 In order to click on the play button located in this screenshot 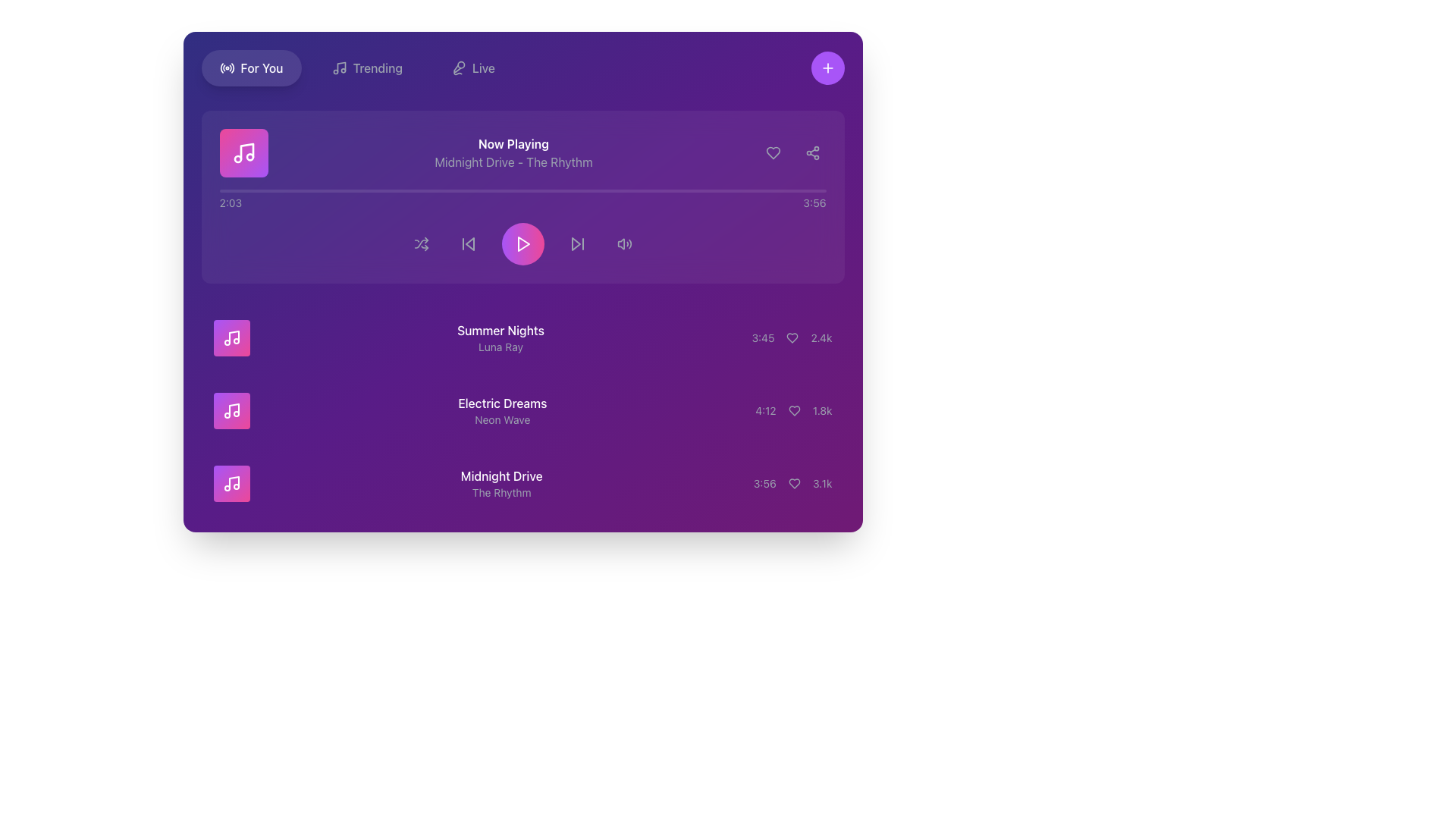, I will do `click(522, 243)`.